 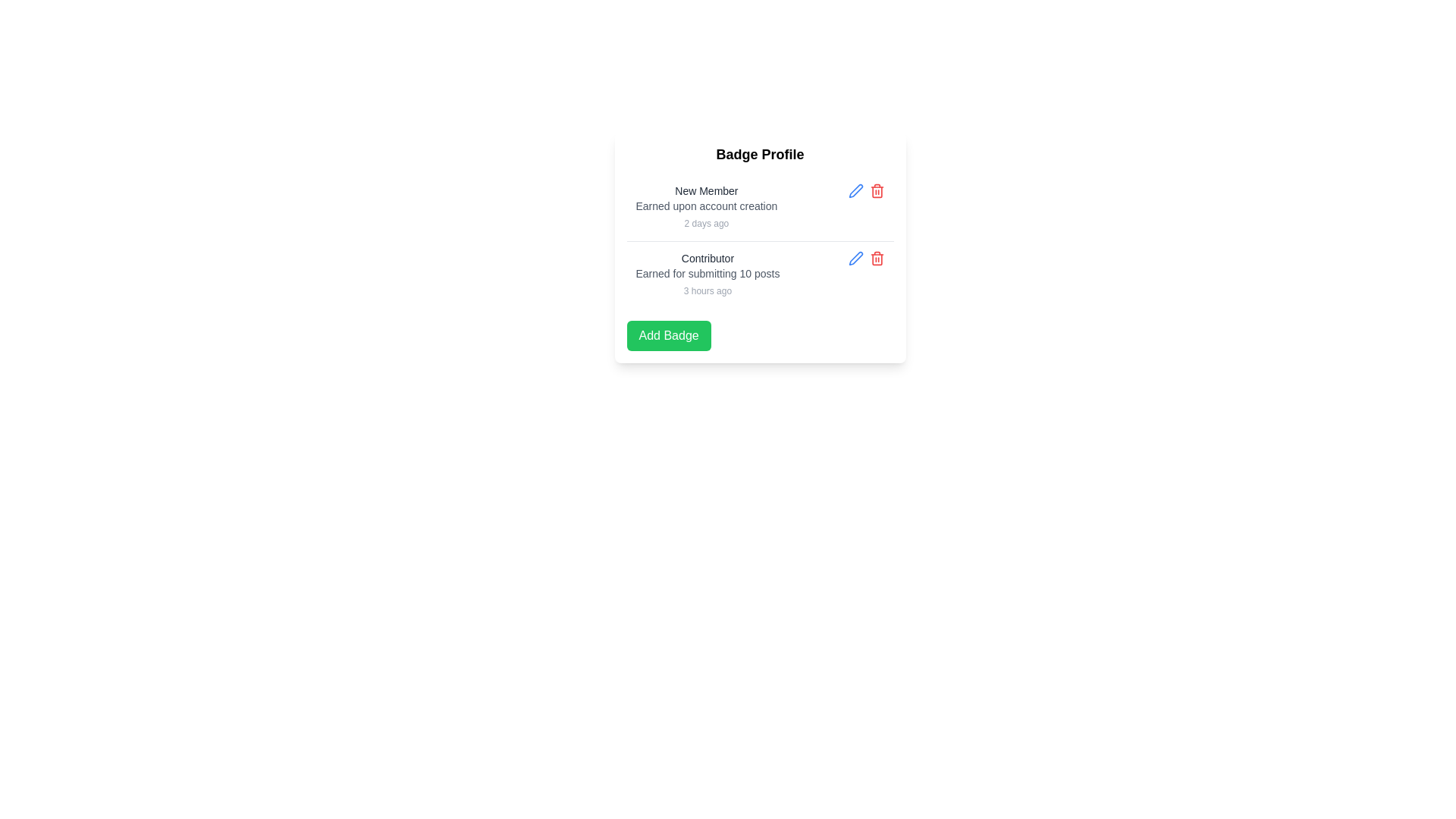 What do you see at coordinates (866, 190) in the screenshot?
I see `the red-colored trash can icon located at the top-right corner of the 'New Member' badge entry` at bounding box center [866, 190].